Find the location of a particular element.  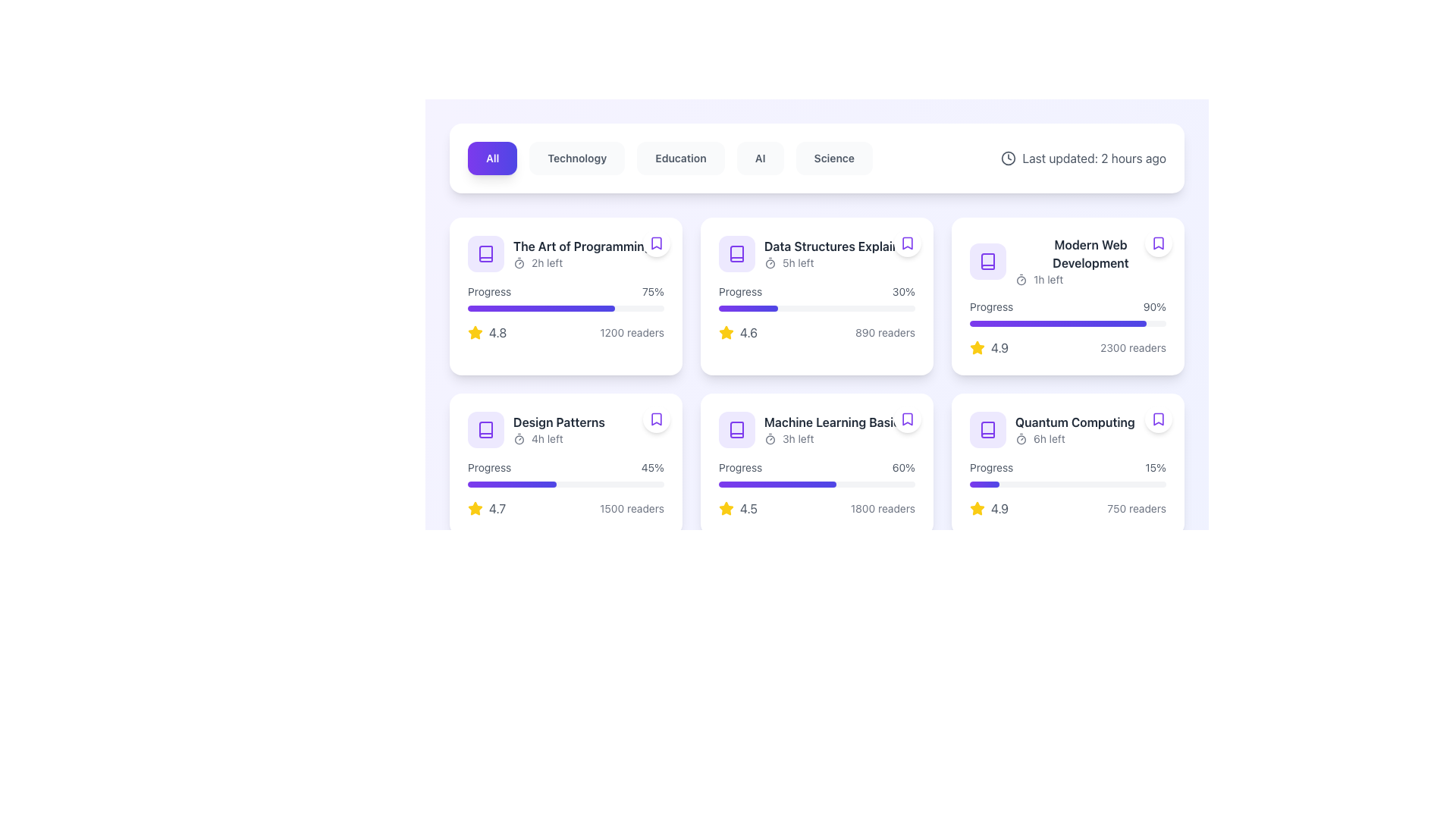

the bookmark icon located at the top-right corner of the card for 'The Art of Programming' is located at coordinates (656, 242).